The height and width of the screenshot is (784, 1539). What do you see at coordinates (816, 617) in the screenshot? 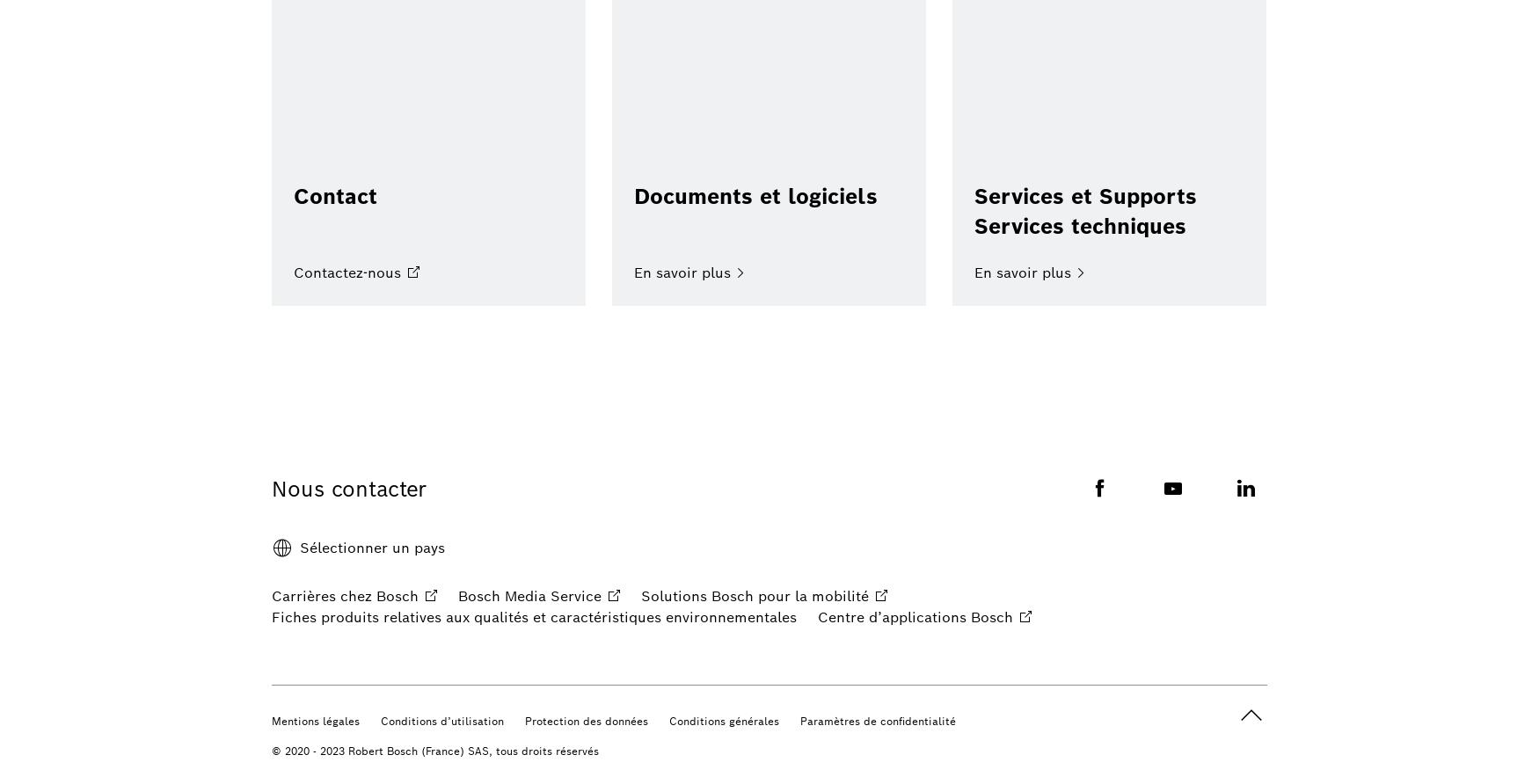
I see `'Centre d’applications'` at bounding box center [816, 617].